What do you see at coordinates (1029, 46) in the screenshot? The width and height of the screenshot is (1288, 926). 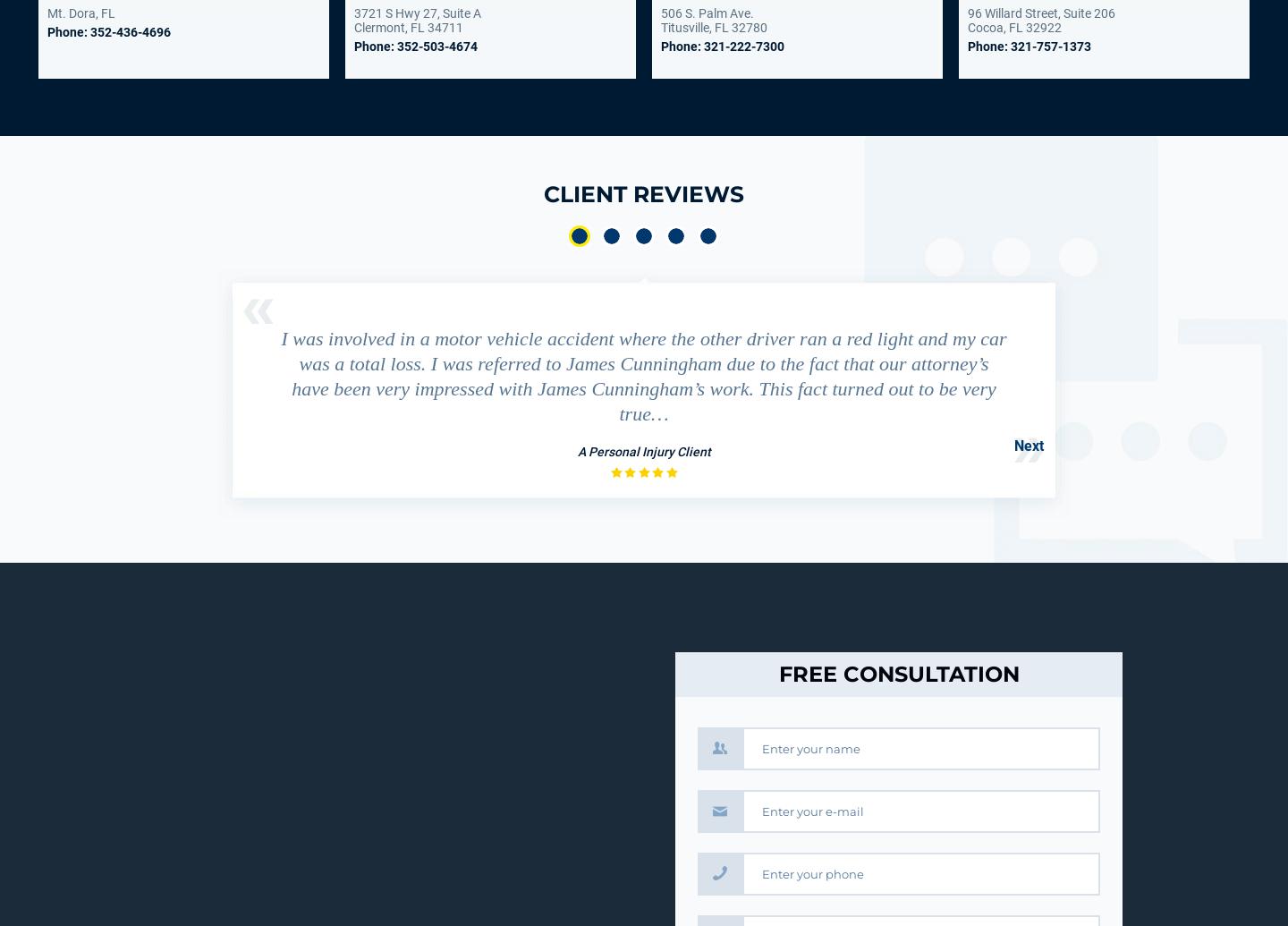 I see `'Phone: 321-757-1373'` at bounding box center [1029, 46].